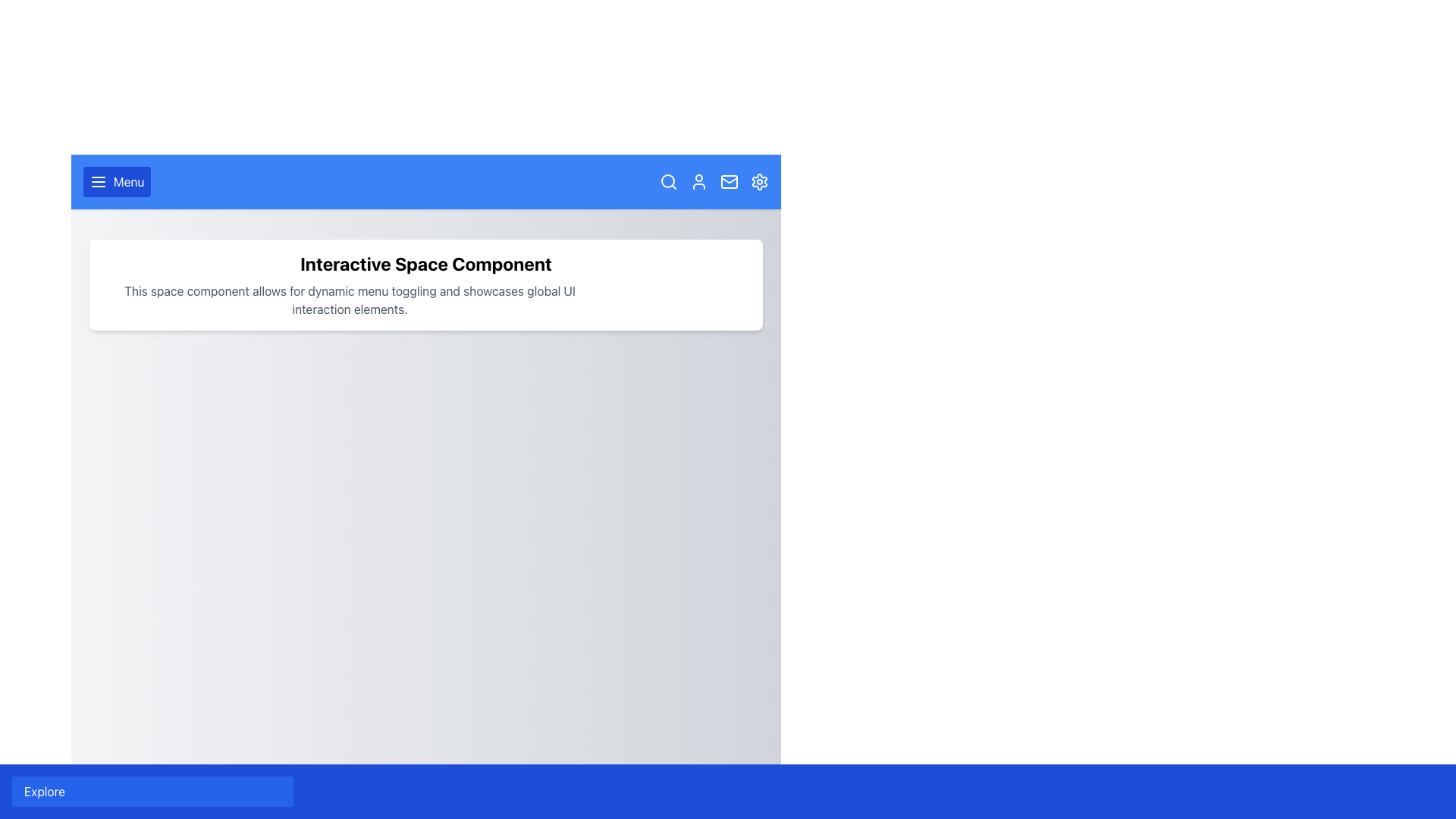 The height and width of the screenshot is (819, 1456). I want to click on the rectangular body of the envelope icon, which is part of the SVG representation for messaging or mailing features, so click(729, 180).